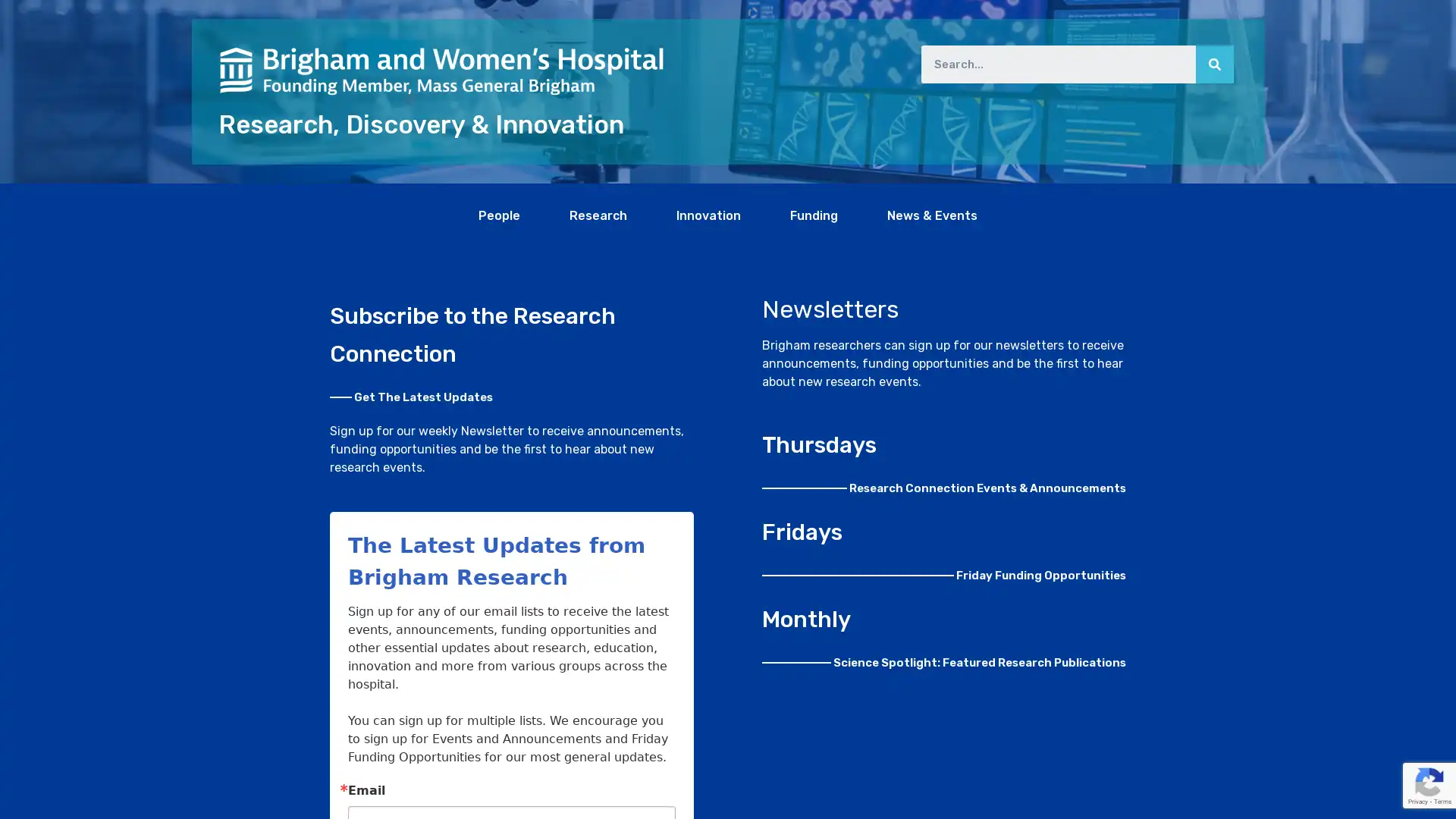 The width and height of the screenshot is (1456, 819). What do you see at coordinates (1214, 63) in the screenshot?
I see `Search` at bounding box center [1214, 63].